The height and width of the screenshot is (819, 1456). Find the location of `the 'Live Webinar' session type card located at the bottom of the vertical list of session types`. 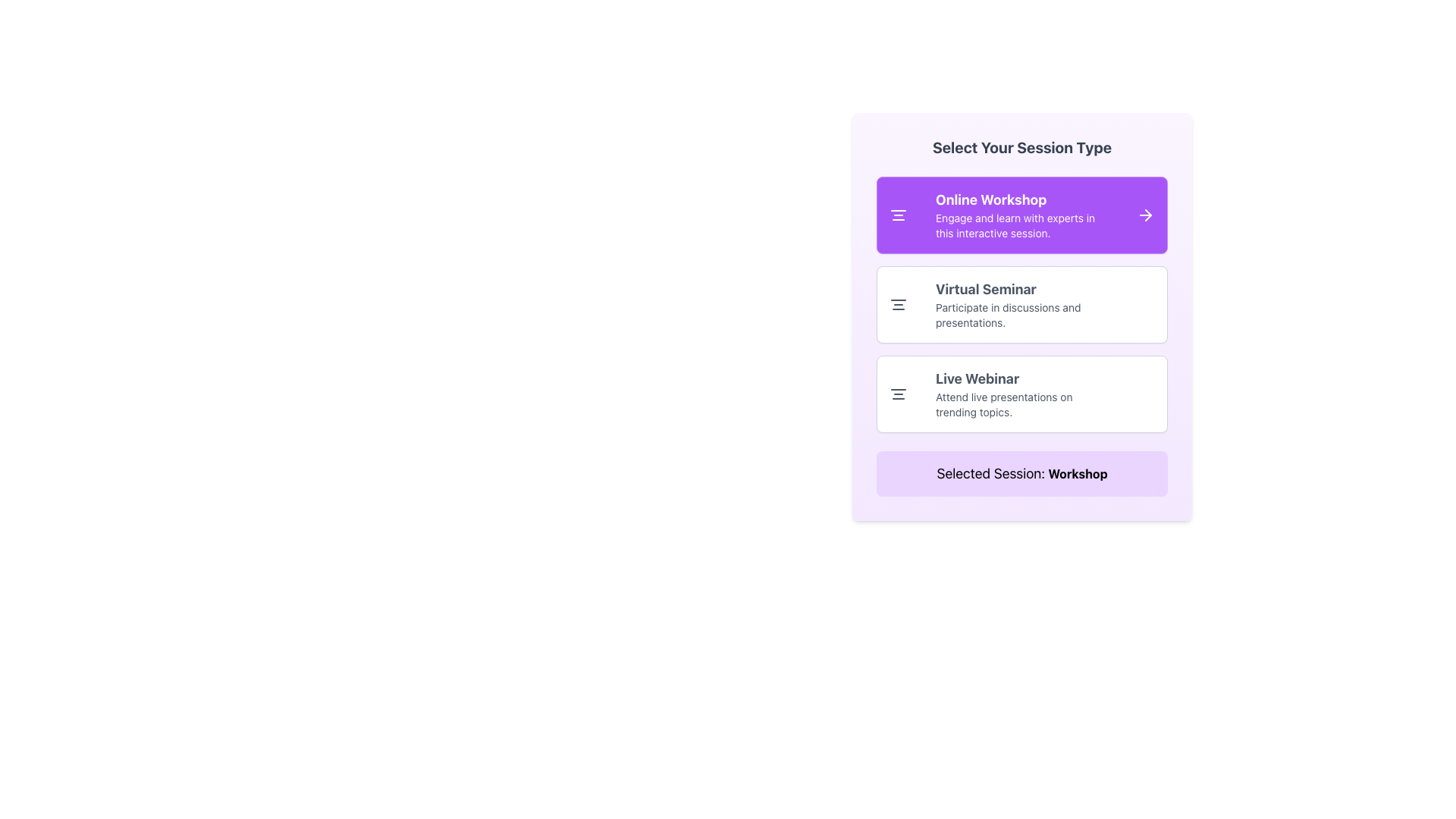

the 'Live Webinar' session type card located at the bottom of the vertical list of session types is located at coordinates (1022, 394).